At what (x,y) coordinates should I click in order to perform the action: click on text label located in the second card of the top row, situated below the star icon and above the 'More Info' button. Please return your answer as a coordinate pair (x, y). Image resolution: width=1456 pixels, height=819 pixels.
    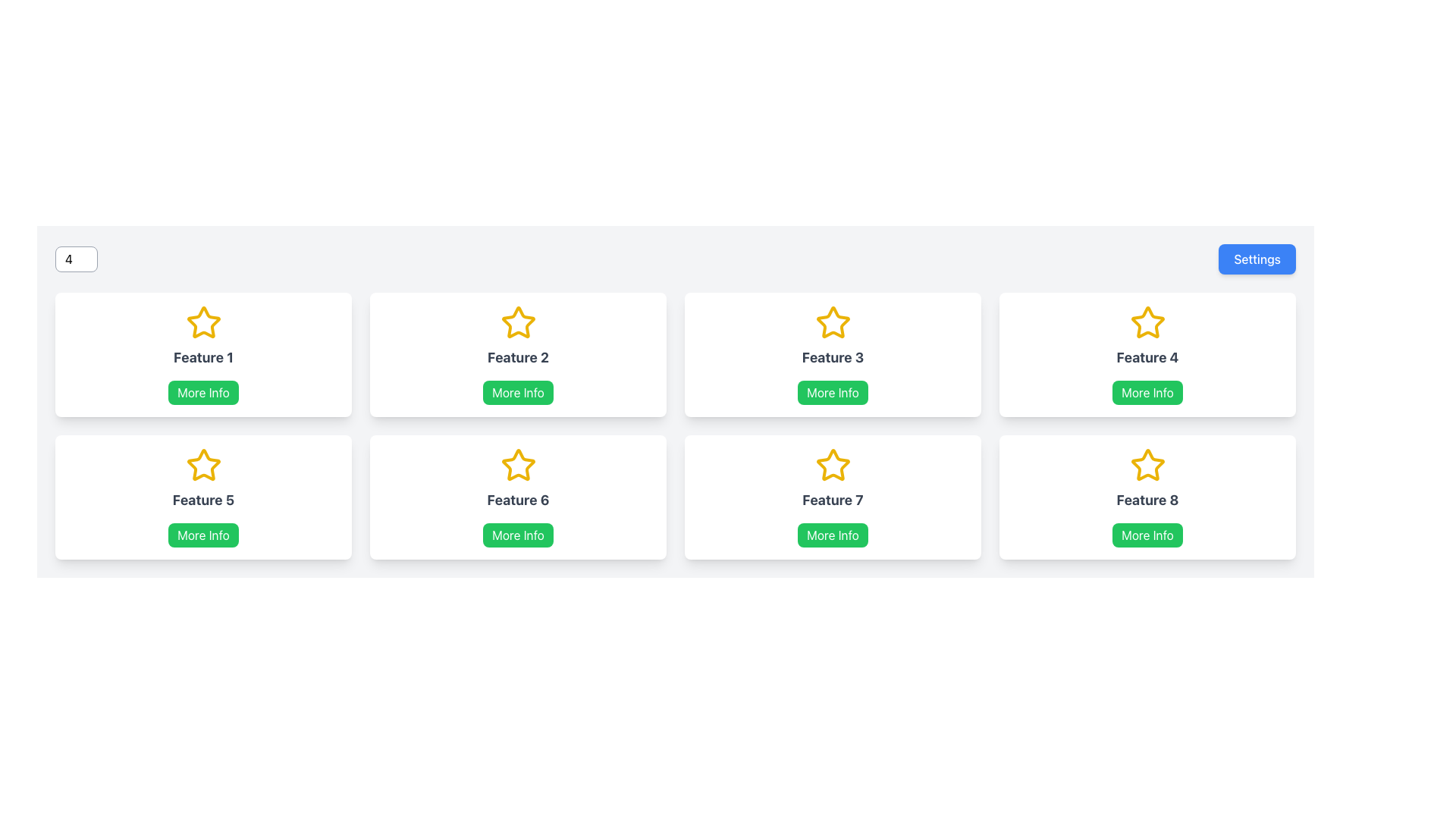
    Looking at the image, I should click on (518, 357).